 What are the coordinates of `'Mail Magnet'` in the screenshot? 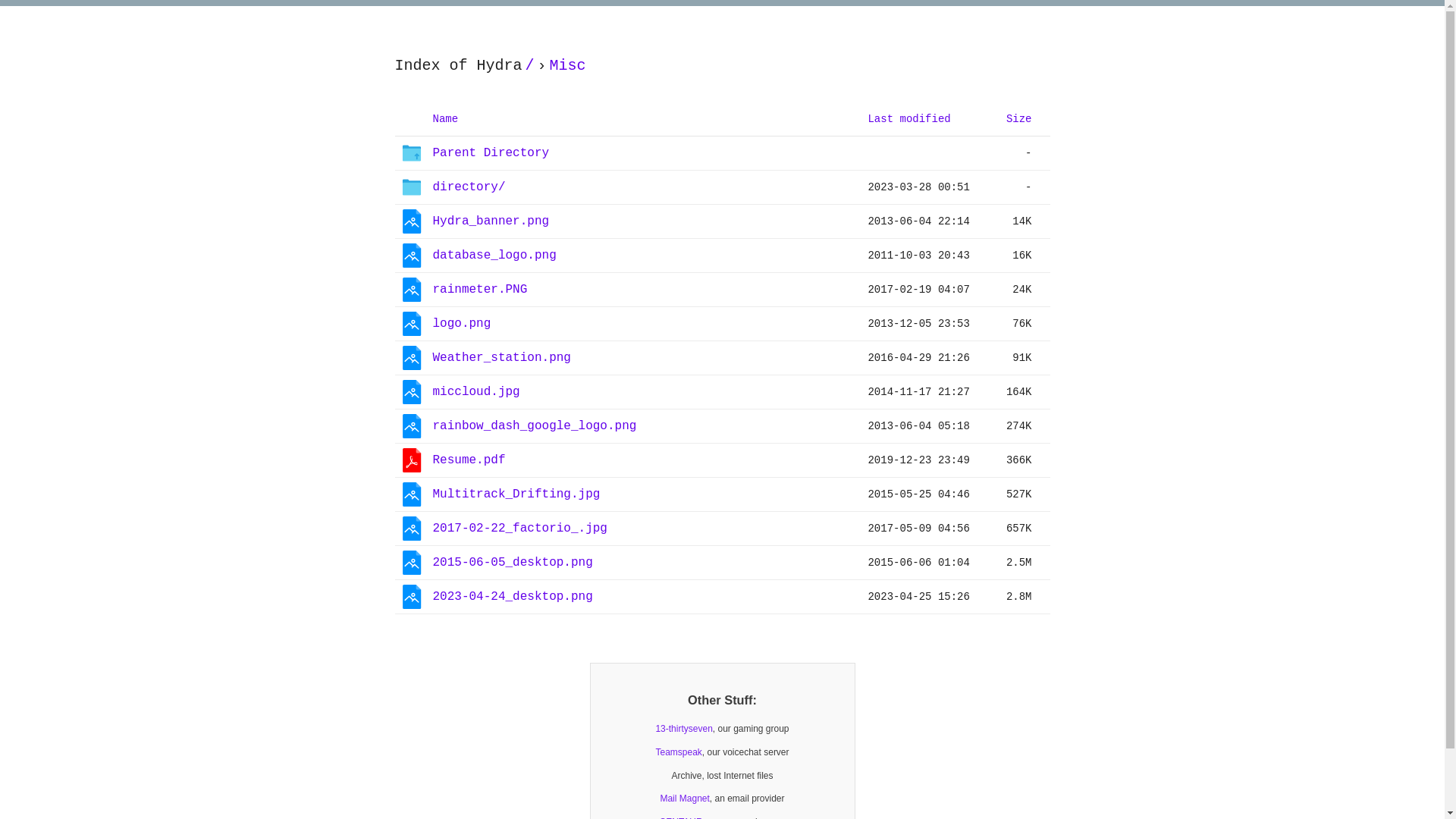 It's located at (683, 798).